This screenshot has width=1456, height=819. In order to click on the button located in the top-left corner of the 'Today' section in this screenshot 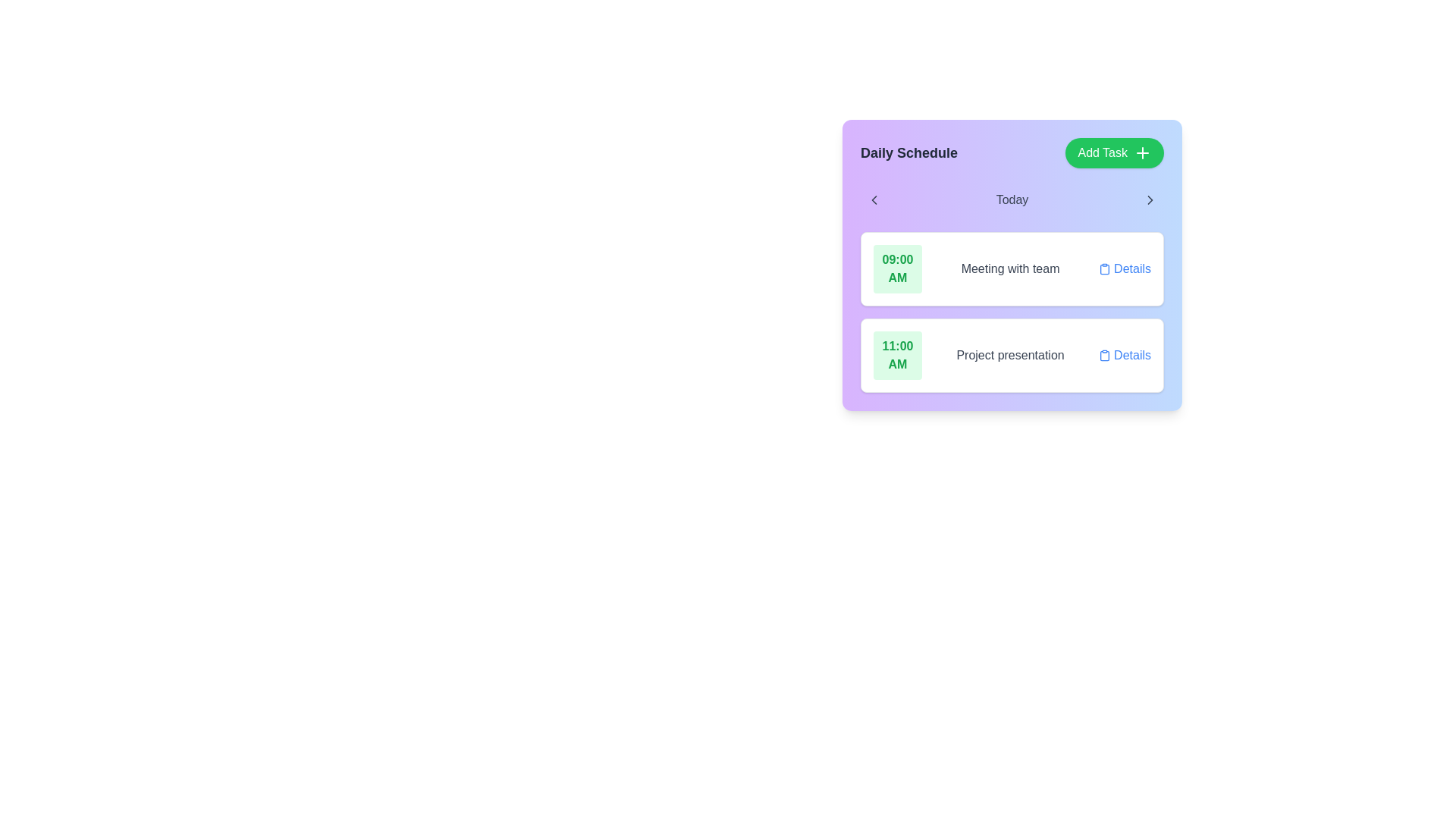, I will do `click(874, 199)`.